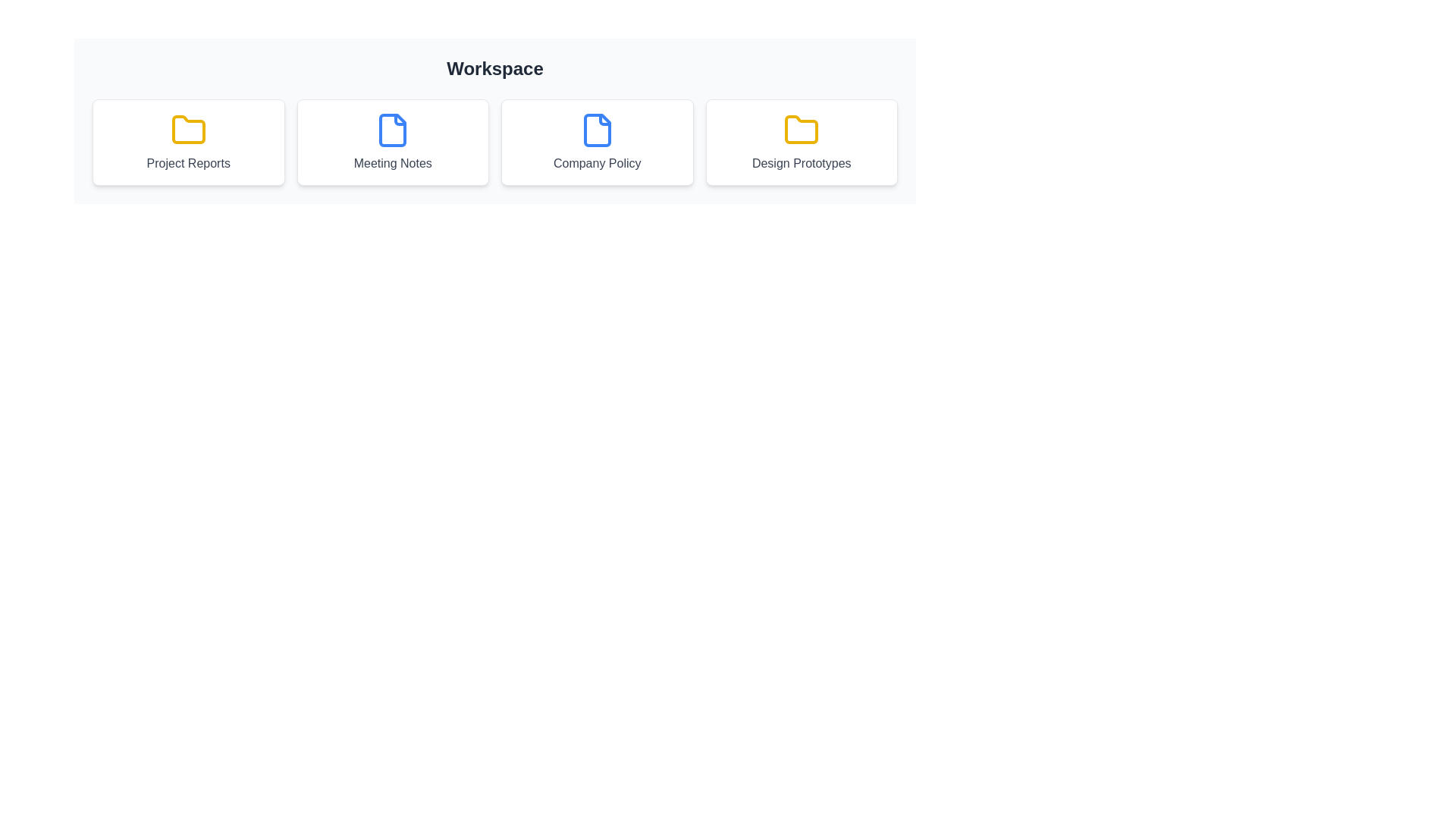 The image size is (1456, 819). What do you see at coordinates (494, 69) in the screenshot?
I see `header text located at the center top of the layout, which indicates the content or purpose of the associated section` at bounding box center [494, 69].